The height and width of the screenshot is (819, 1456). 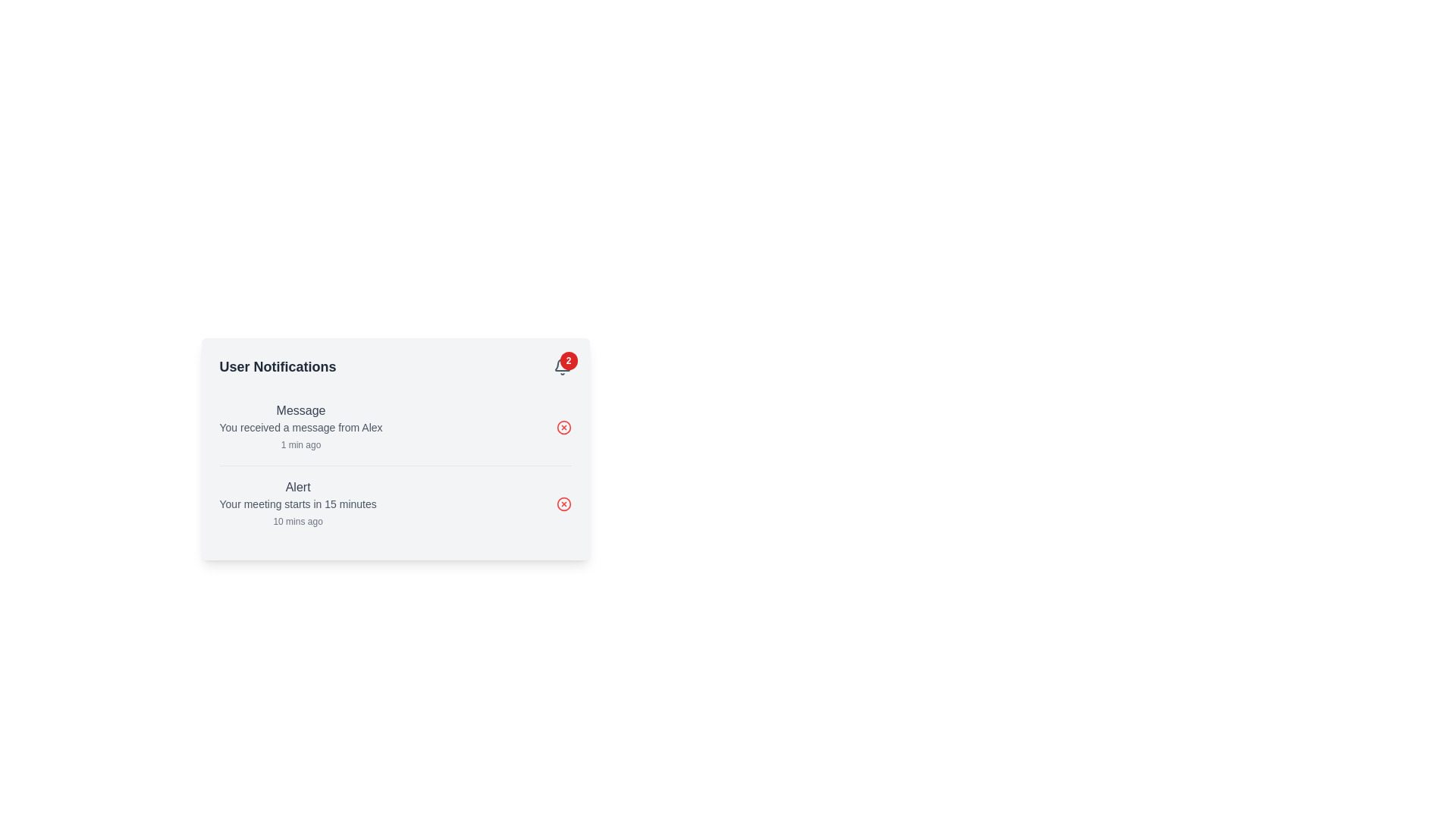 What do you see at coordinates (301, 411) in the screenshot?
I see `the static text label displaying 'Message' located at the top of a notification entry in the User Notifications panel` at bounding box center [301, 411].